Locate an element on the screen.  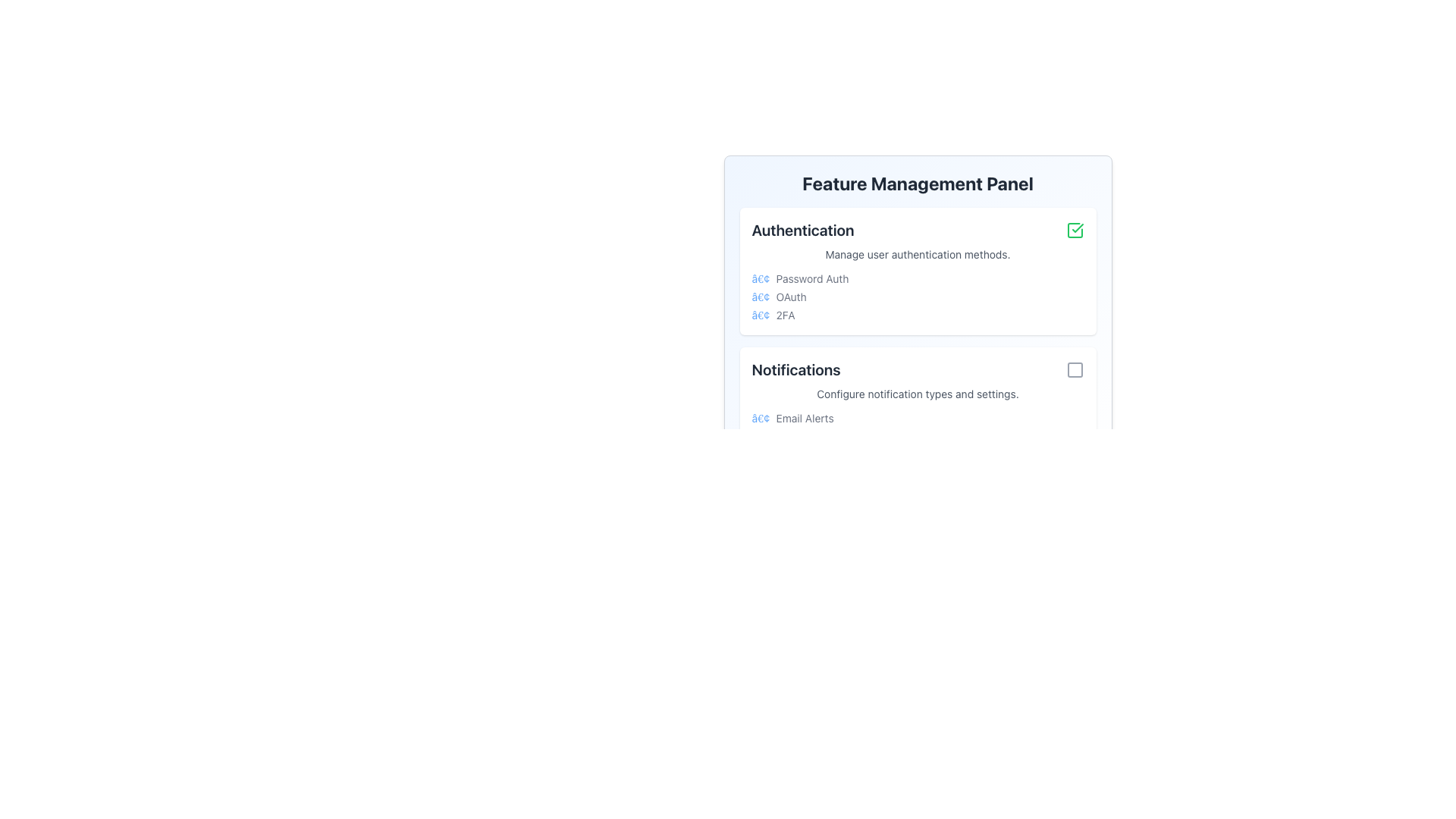
the bullet point that visually indicates the '2FA' list item under the 'Authentication' section, which serves as a decorative element and provides structural clarity is located at coordinates (761, 315).